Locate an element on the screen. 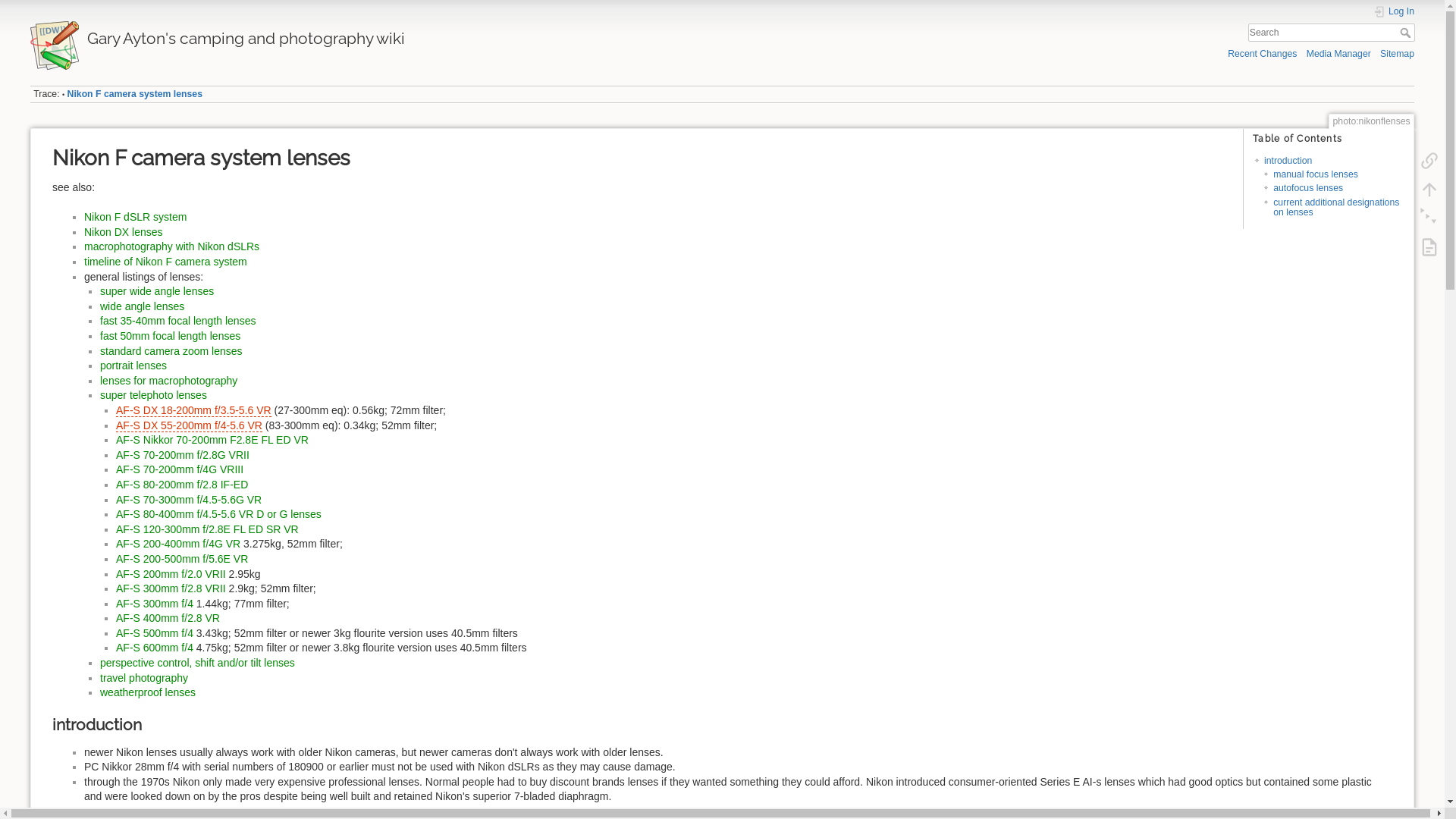  'lenses for macrophotography' is located at coordinates (168, 379).